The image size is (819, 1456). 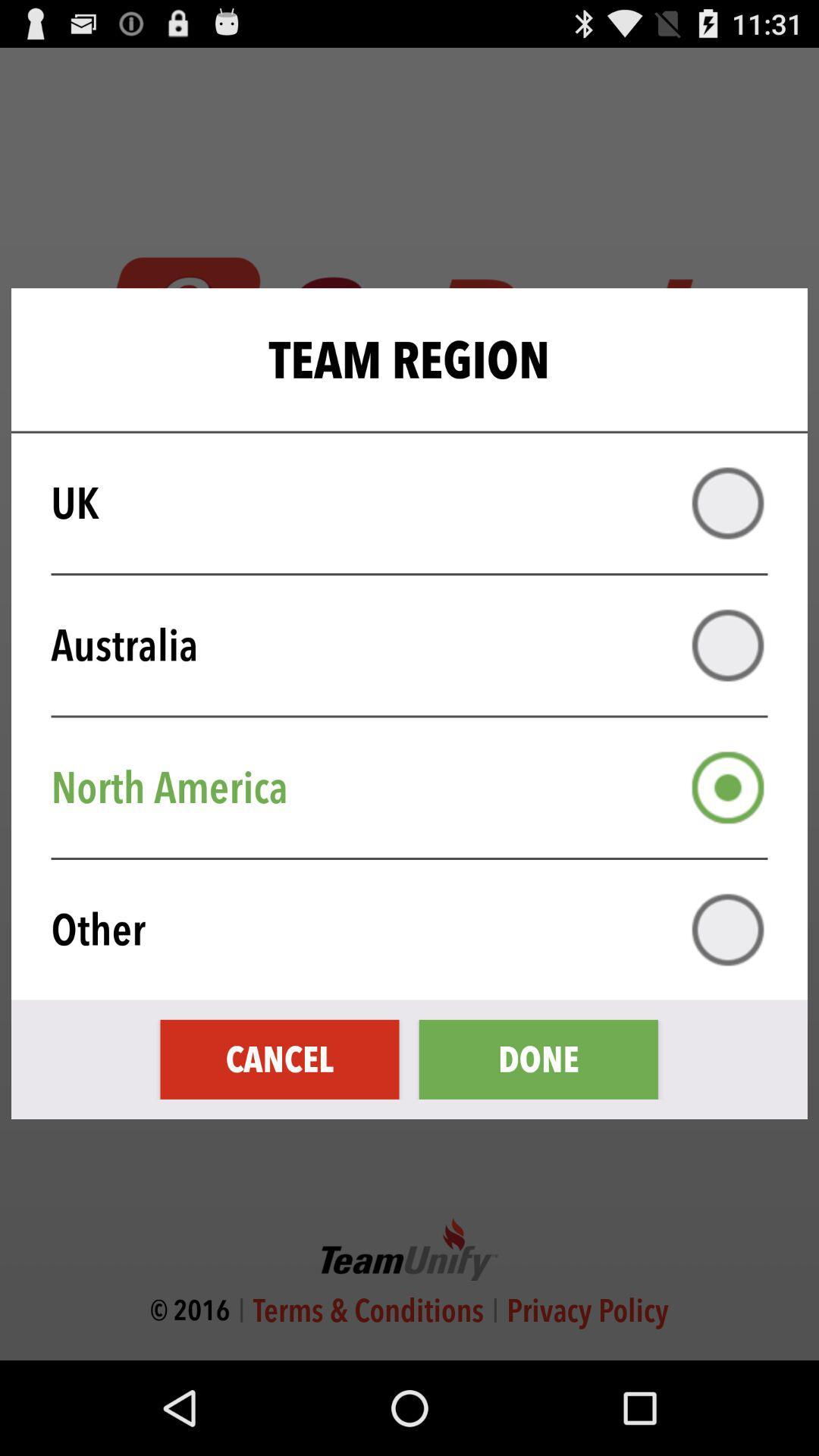 I want to click on verify country location, so click(x=727, y=503).